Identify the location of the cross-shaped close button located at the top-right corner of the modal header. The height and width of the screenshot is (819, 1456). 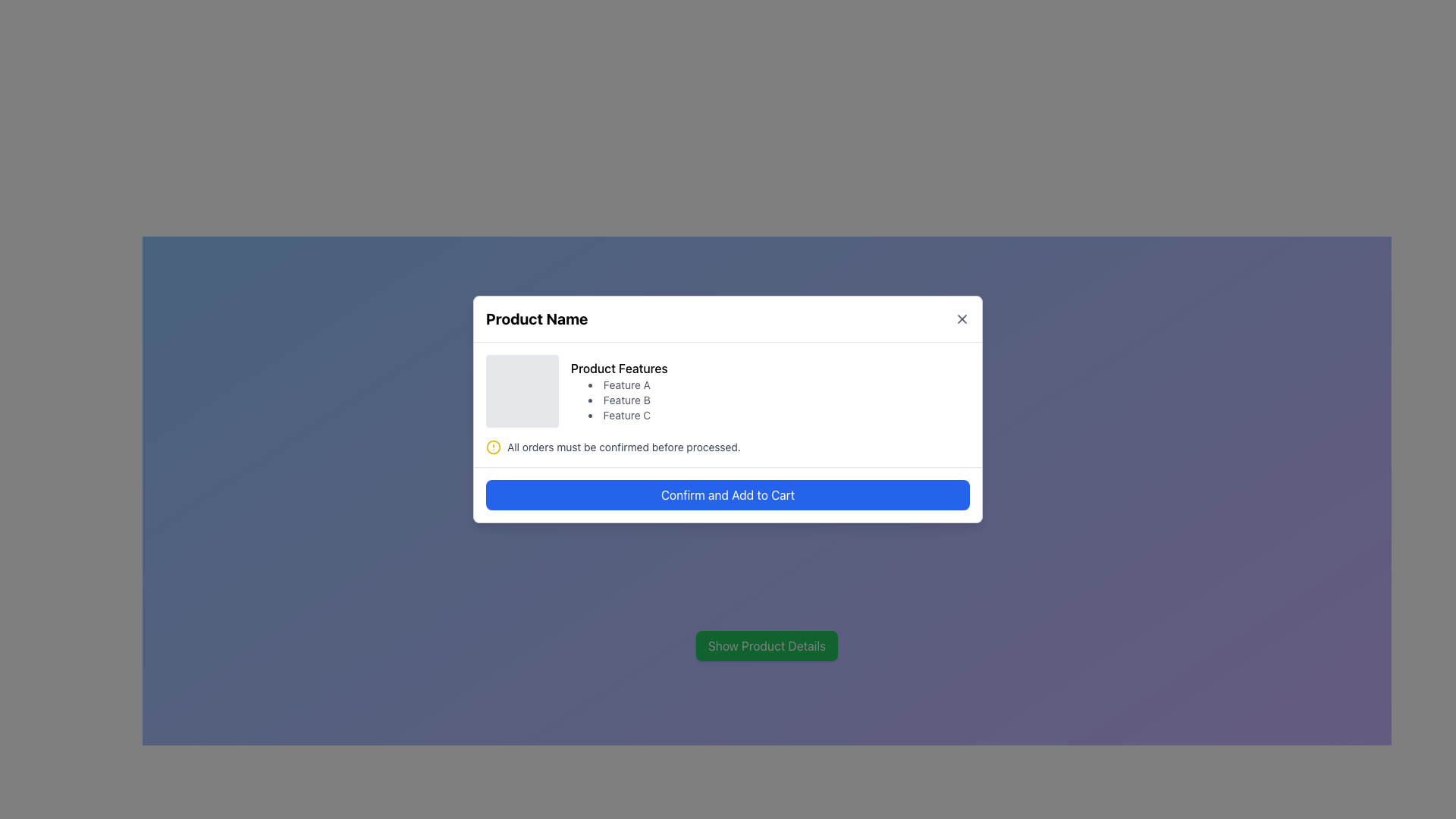
(961, 318).